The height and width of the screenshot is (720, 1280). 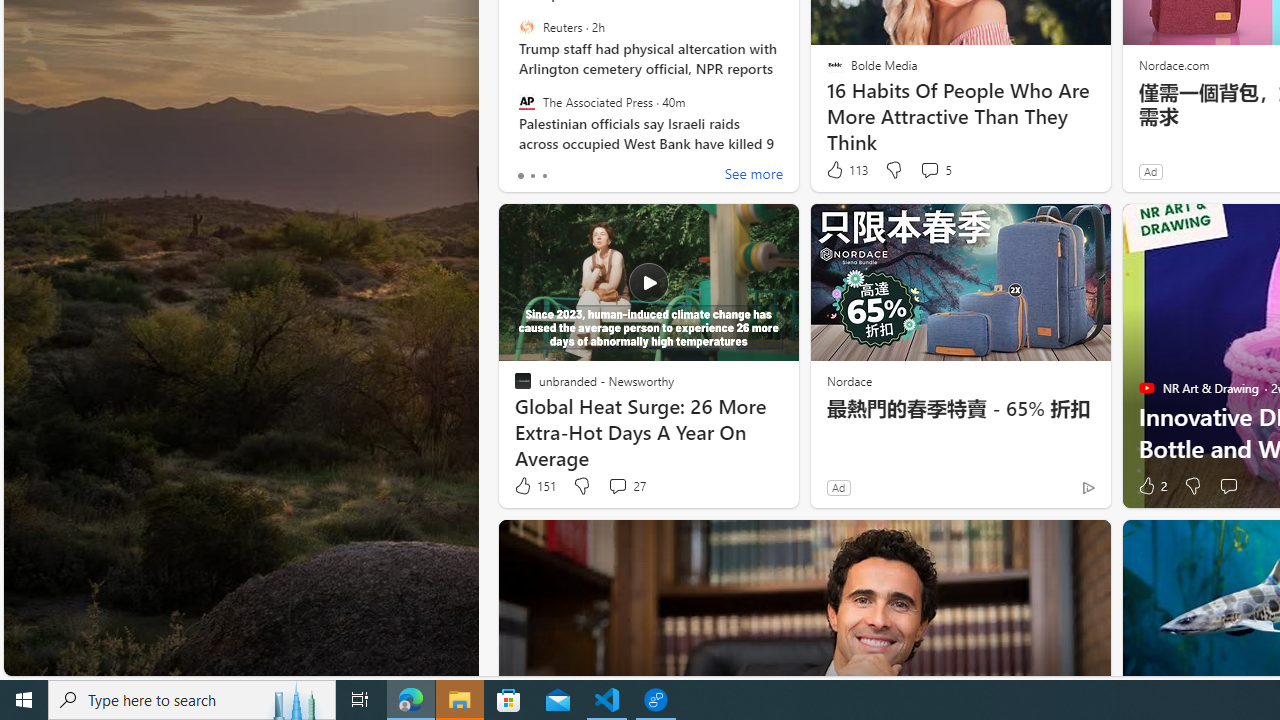 I want to click on '151 Like', so click(x=534, y=486).